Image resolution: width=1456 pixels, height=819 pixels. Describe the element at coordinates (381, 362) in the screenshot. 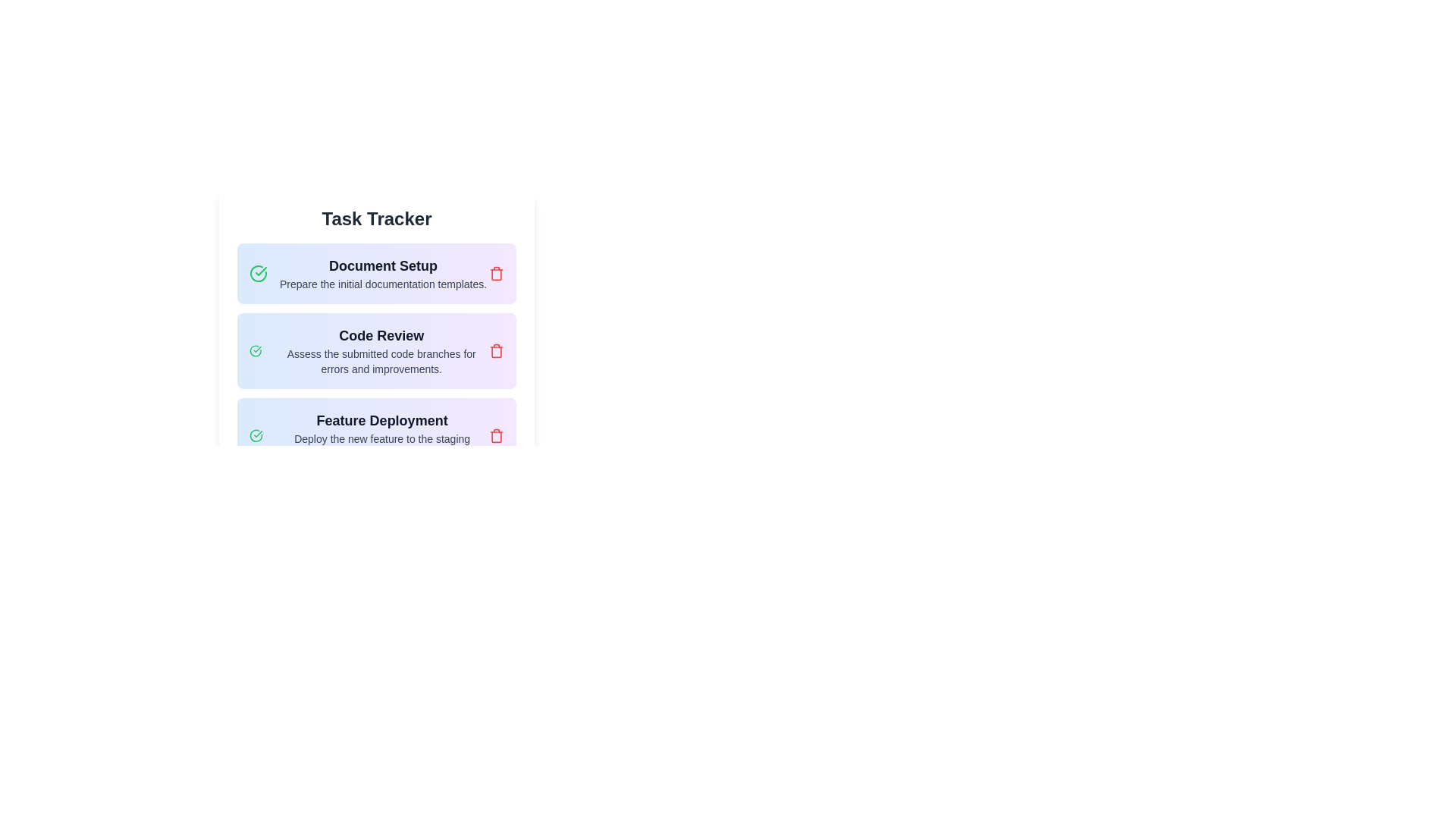

I see `content displayed in the detailed description text label located directly below the 'Code Review' heading in the Task Tracker section` at that location.